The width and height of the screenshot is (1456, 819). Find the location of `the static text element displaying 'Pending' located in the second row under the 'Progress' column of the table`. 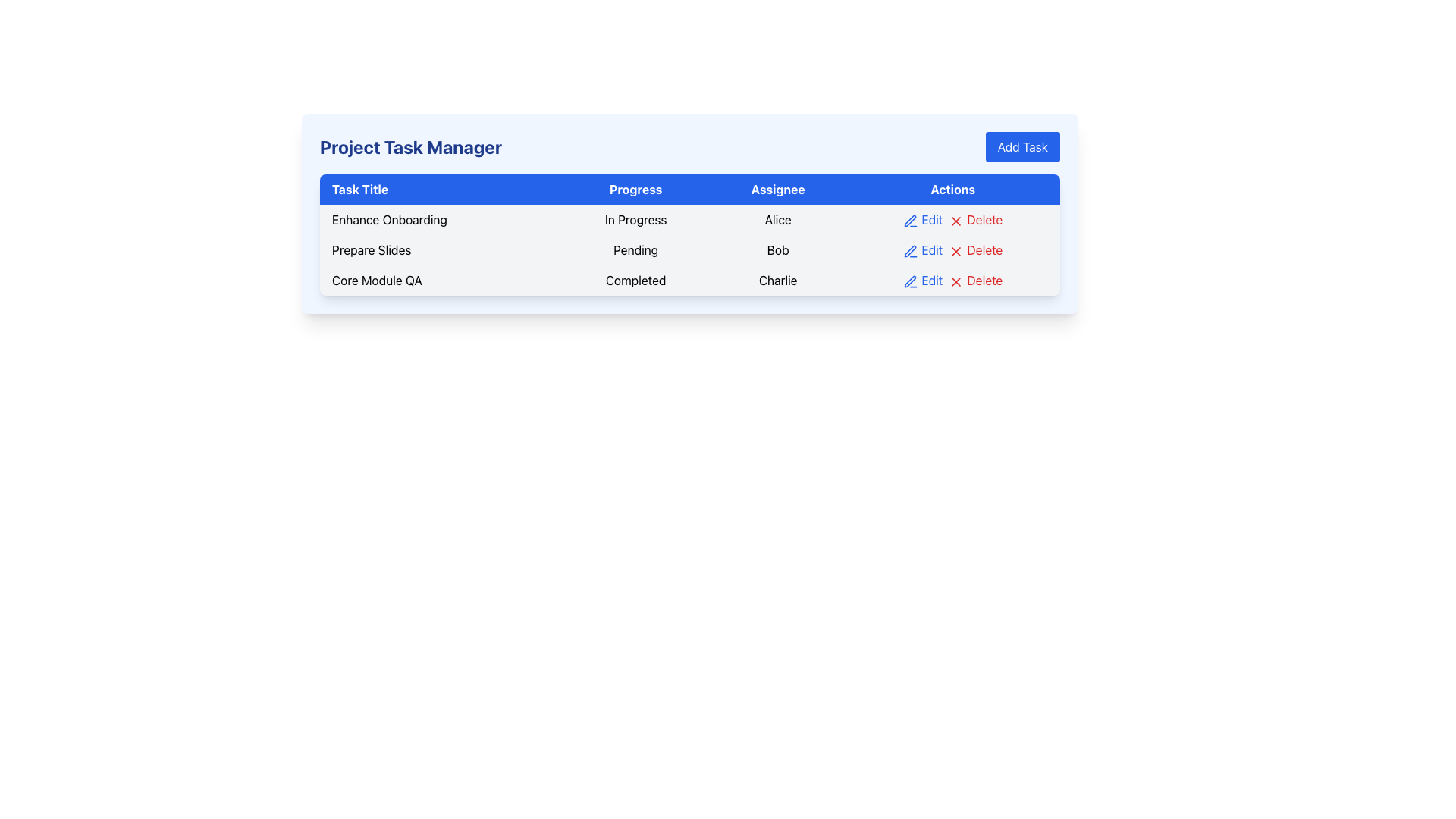

the static text element displaying 'Pending' located in the second row under the 'Progress' column of the table is located at coordinates (635, 249).